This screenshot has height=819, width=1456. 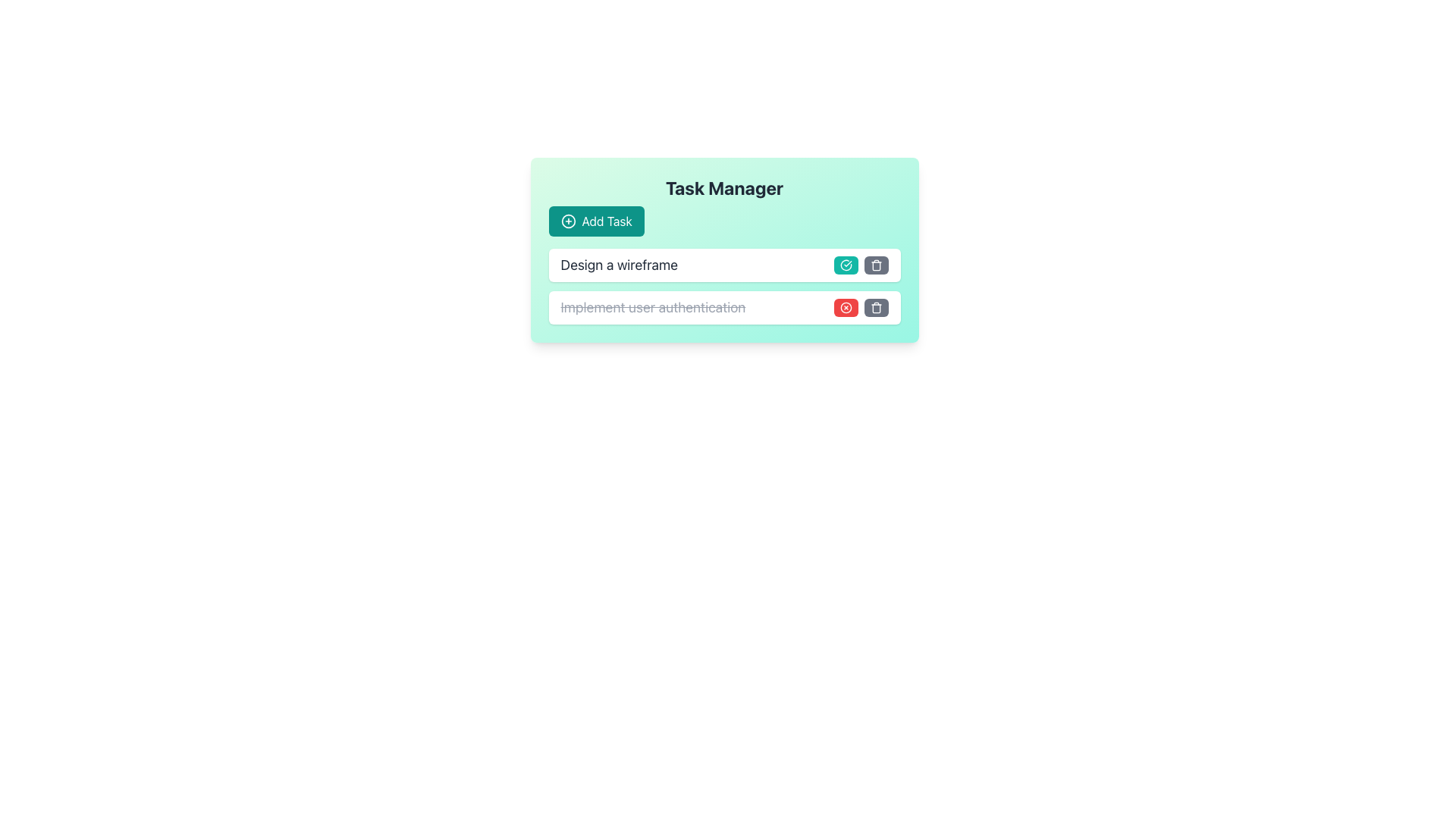 What do you see at coordinates (567, 221) in the screenshot?
I see `the circular decorative shape with a teal outline located at the center of the 'Add Task' button with a dark teal background` at bounding box center [567, 221].